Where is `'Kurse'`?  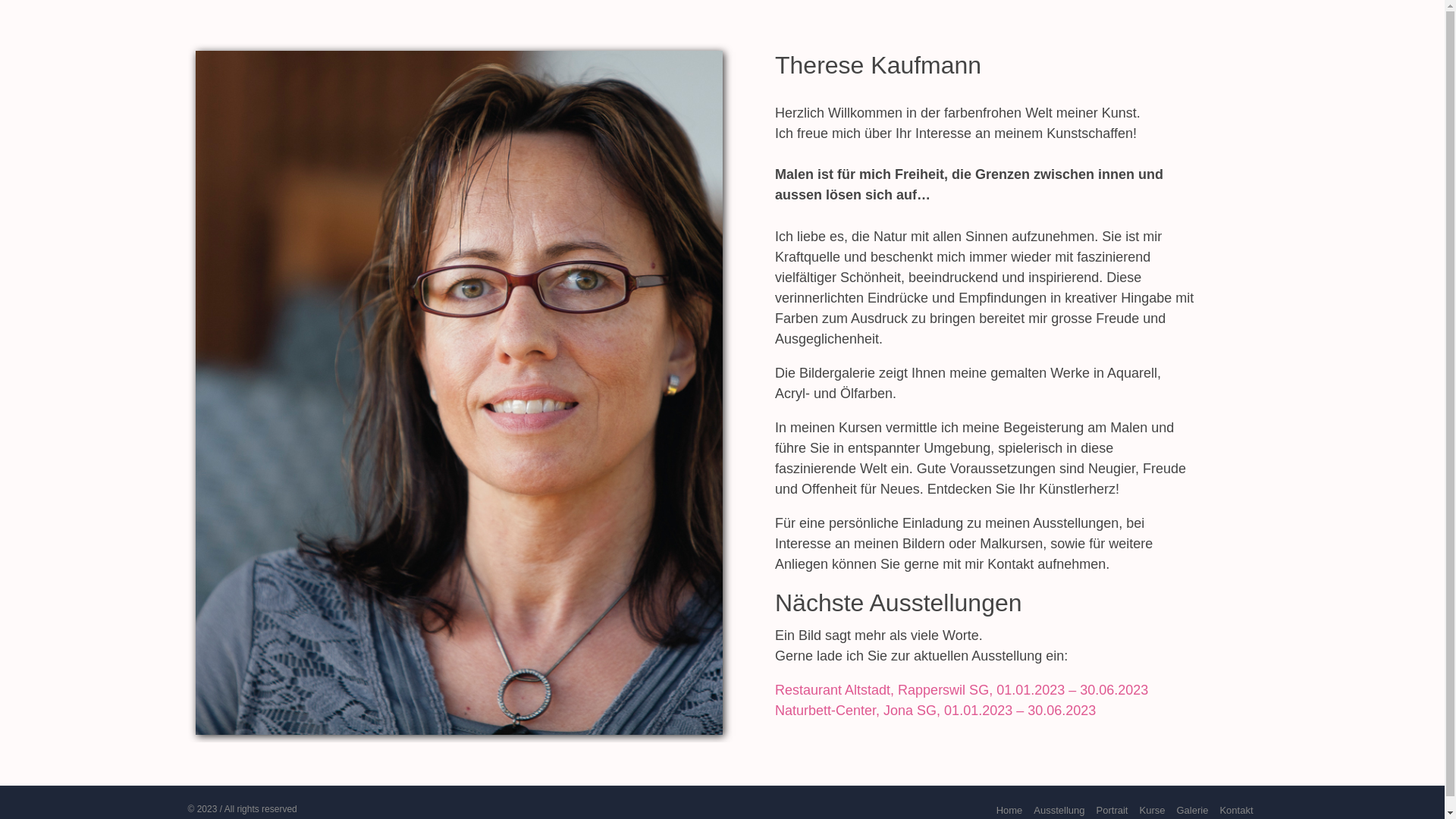
'Kurse' is located at coordinates (1139, 809).